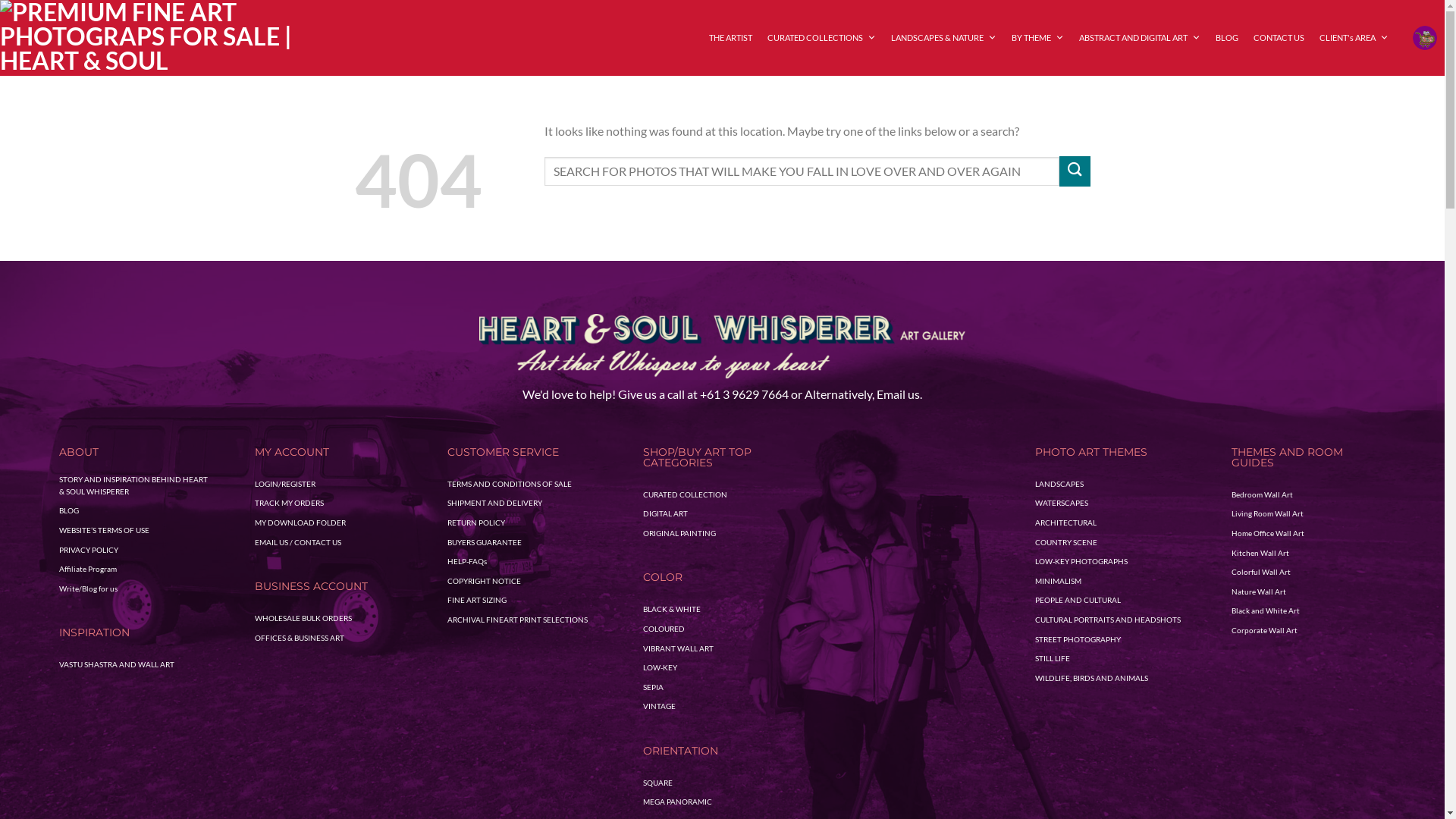 The height and width of the screenshot is (819, 1456). Describe the element at coordinates (299, 637) in the screenshot. I see `'OFFICES & BUSINESS ART'` at that location.